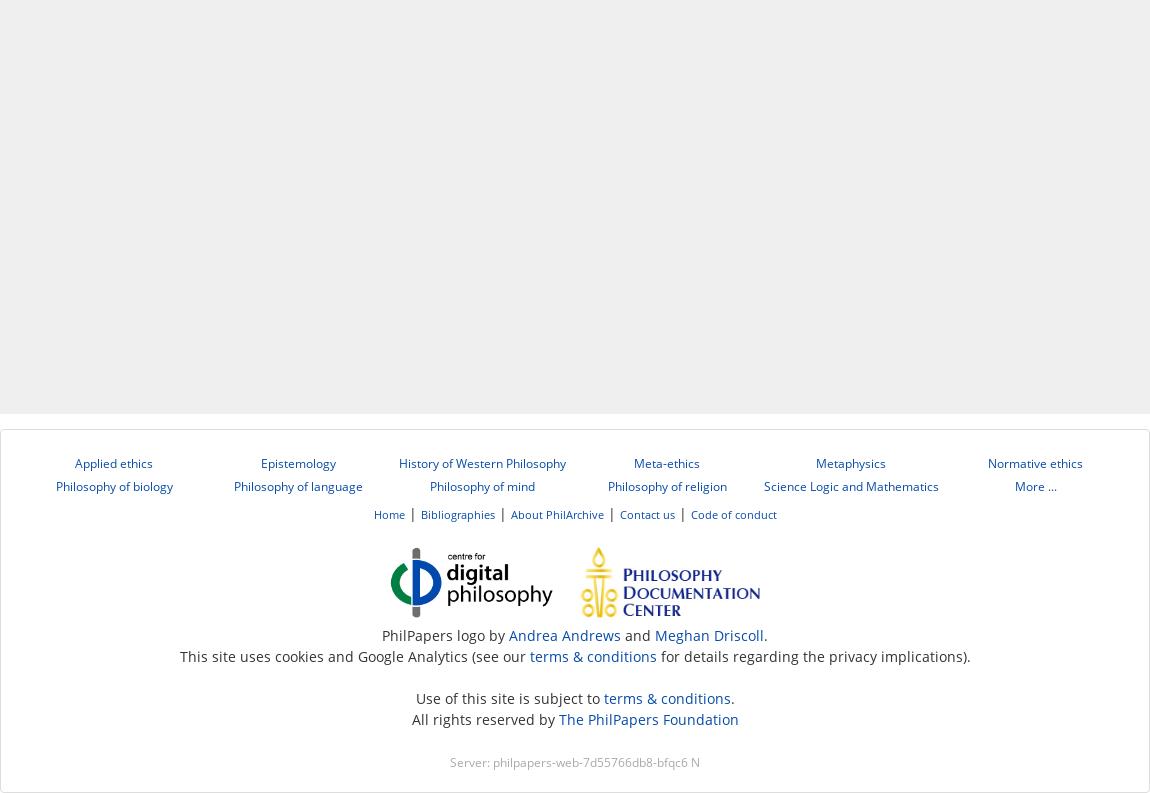  I want to click on 'About PhilArchive', so click(556, 514).